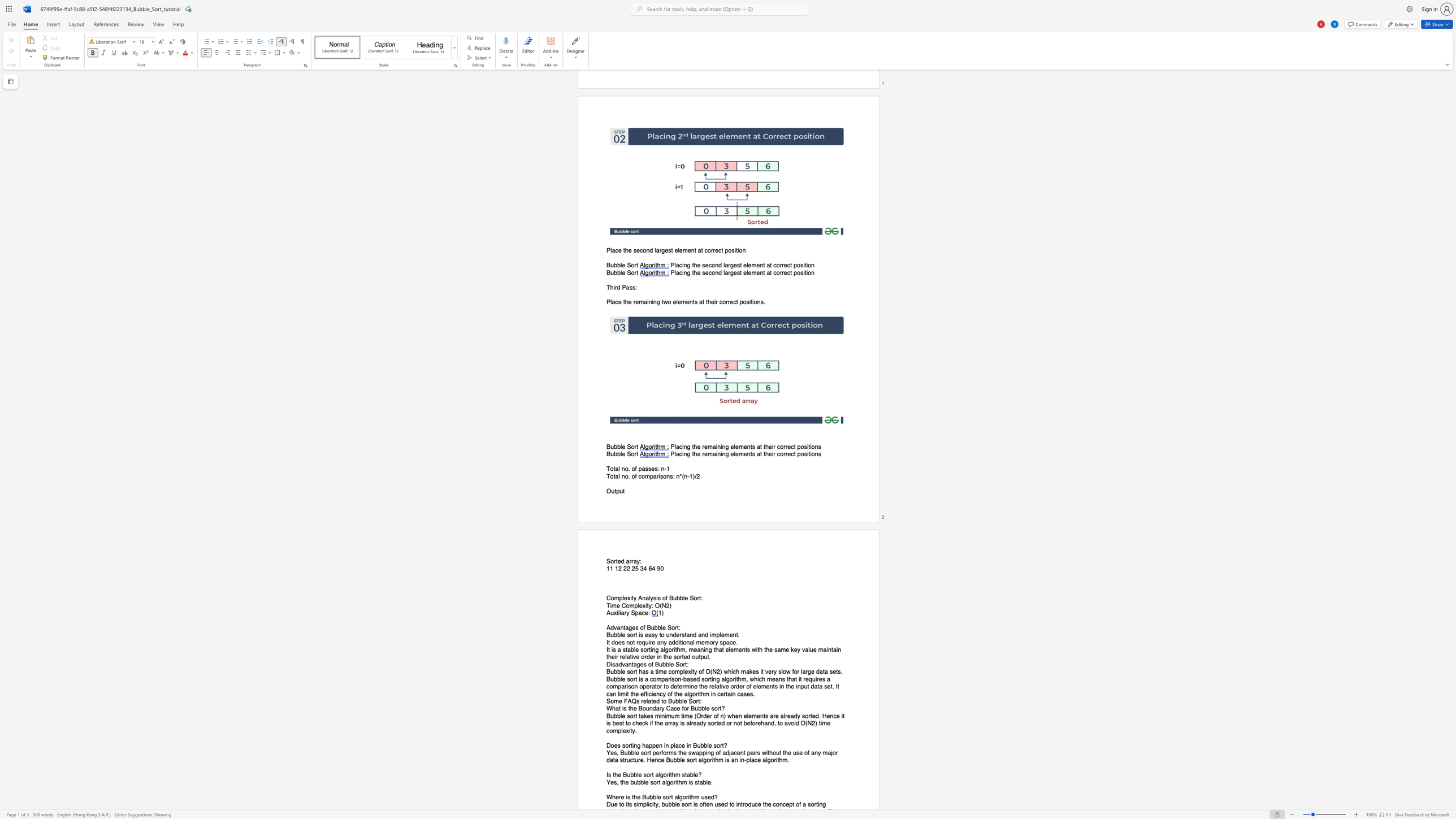  What do you see at coordinates (643, 774) in the screenshot?
I see `the subset text "sort algorithm s" within the text "Is the Bubble sort algorithm stable?"` at bounding box center [643, 774].